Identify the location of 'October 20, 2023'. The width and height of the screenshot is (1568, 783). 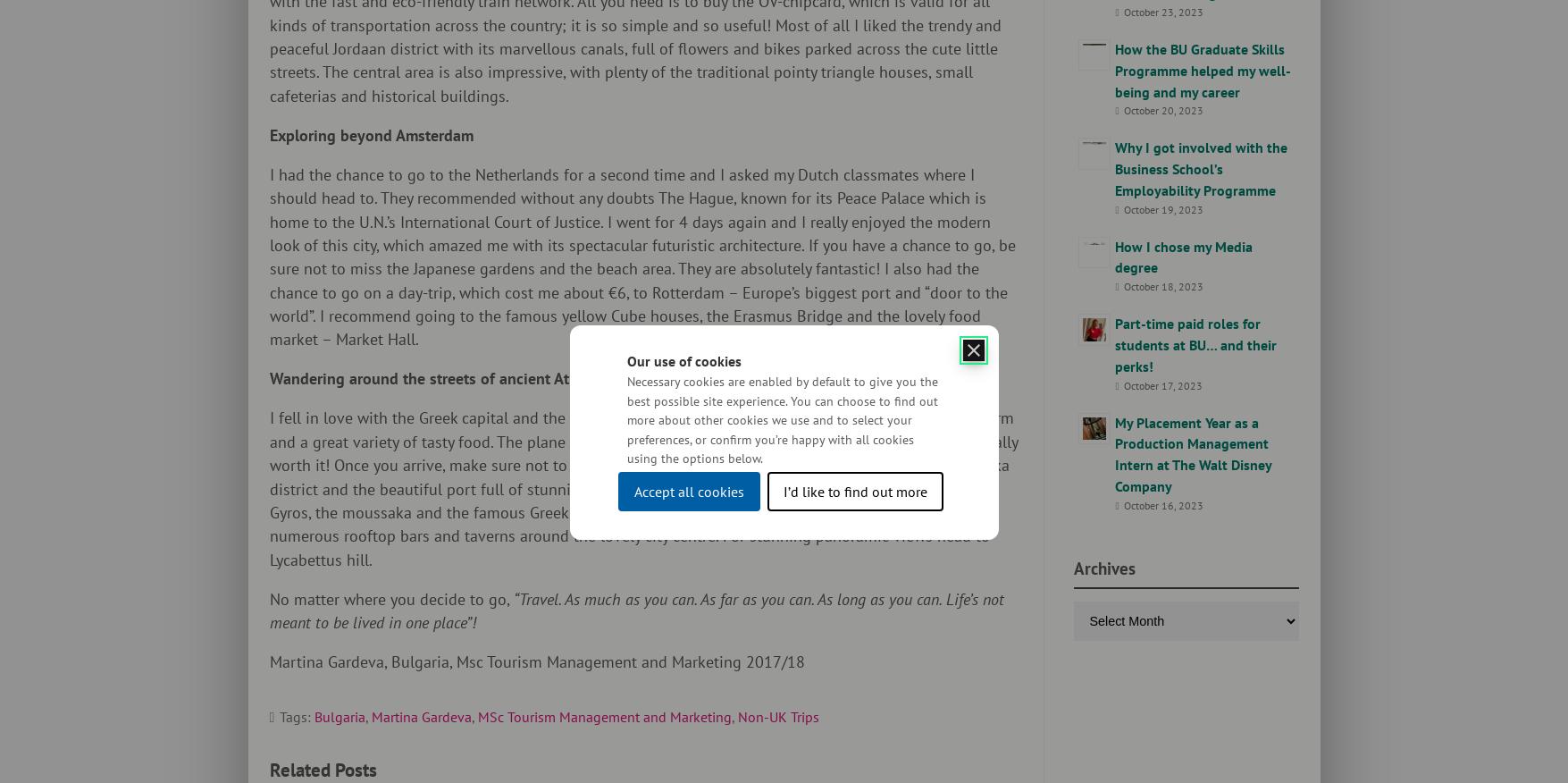
(1161, 109).